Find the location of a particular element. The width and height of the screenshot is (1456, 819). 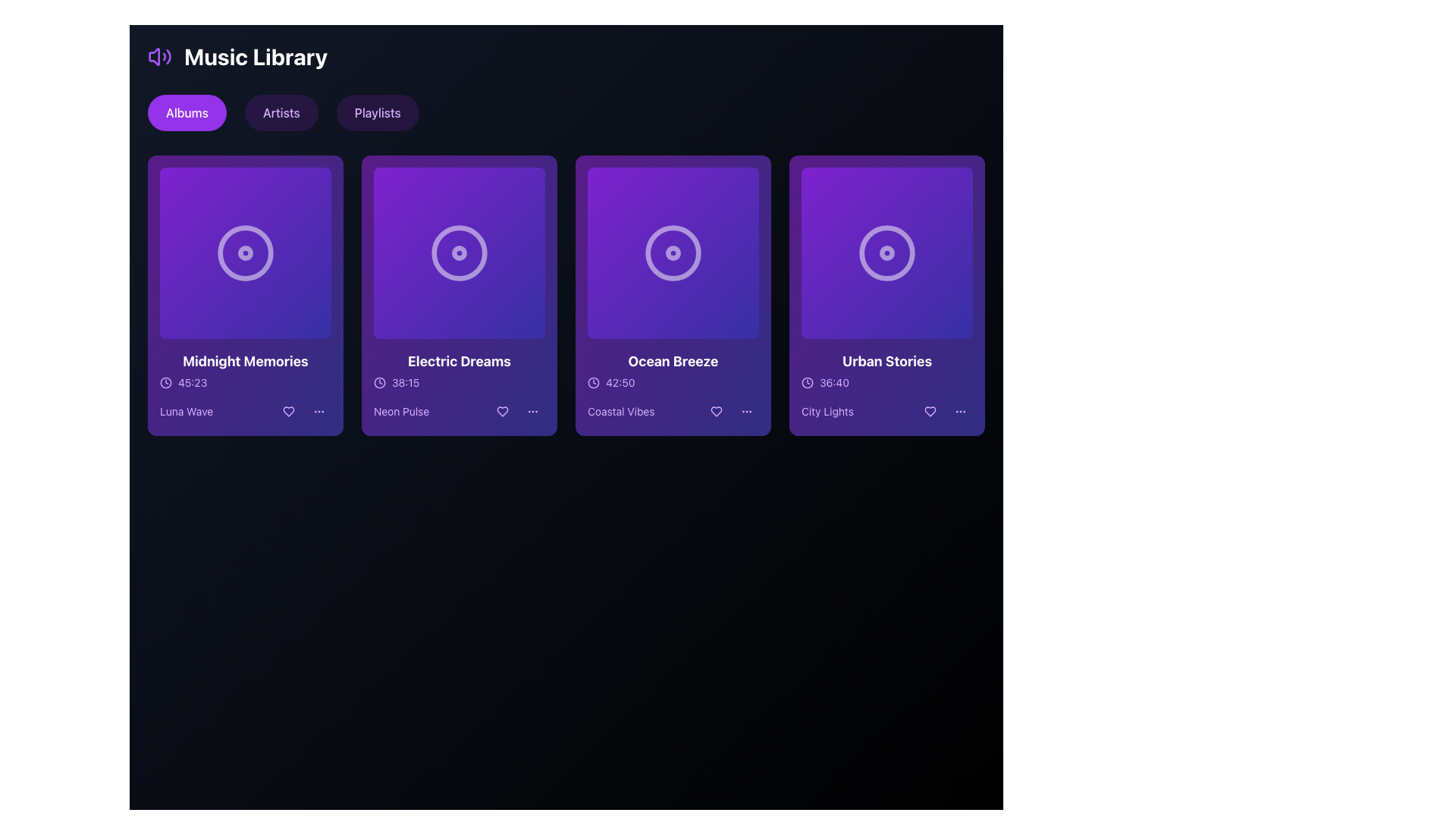

the clock icon located to the left of the text '45:23' in the 'Midnight Memories' card under the 'Albums' section is located at coordinates (166, 382).